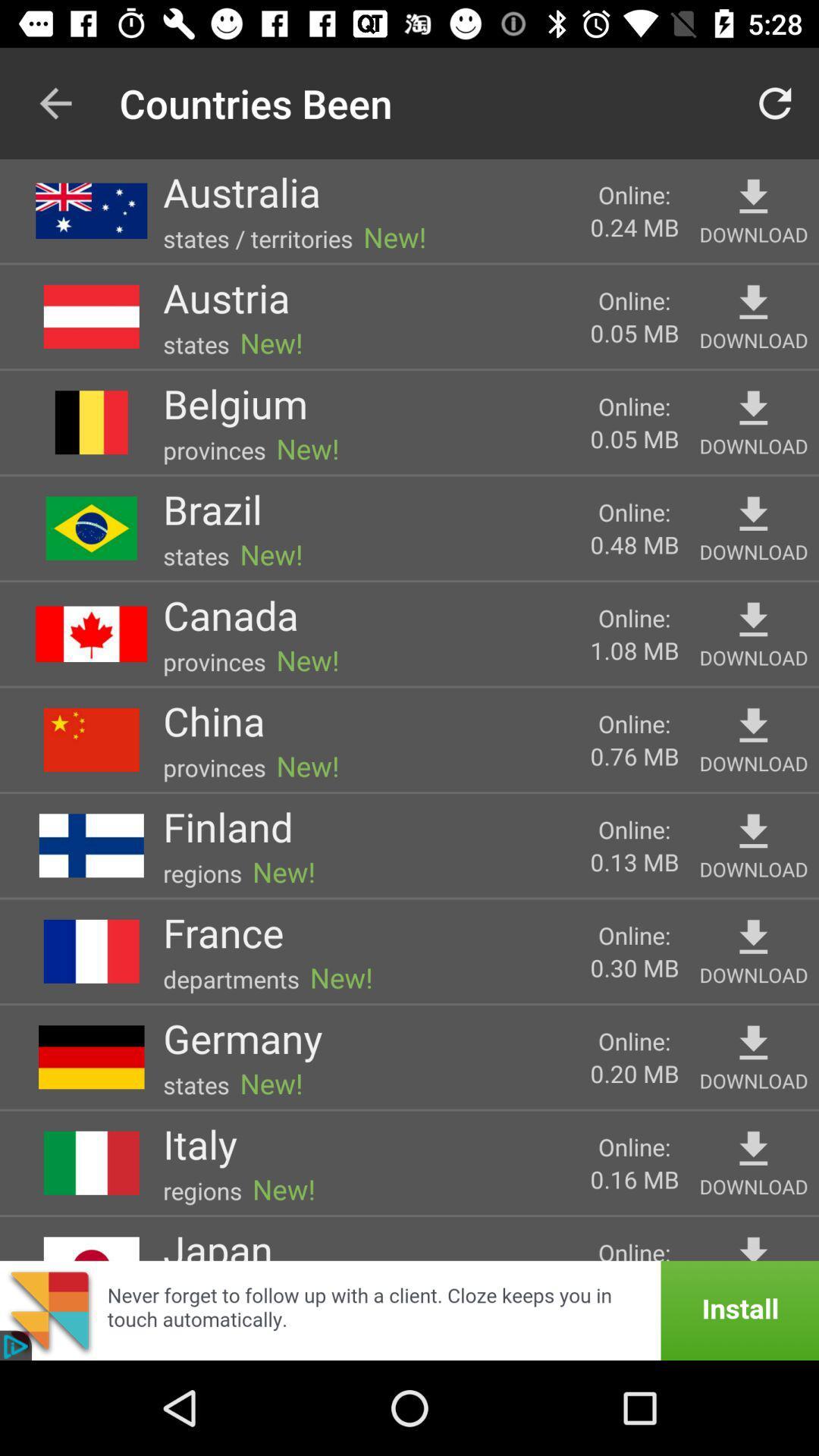 The image size is (819, 1456). I want to click on download italy, so click(753, 1149).